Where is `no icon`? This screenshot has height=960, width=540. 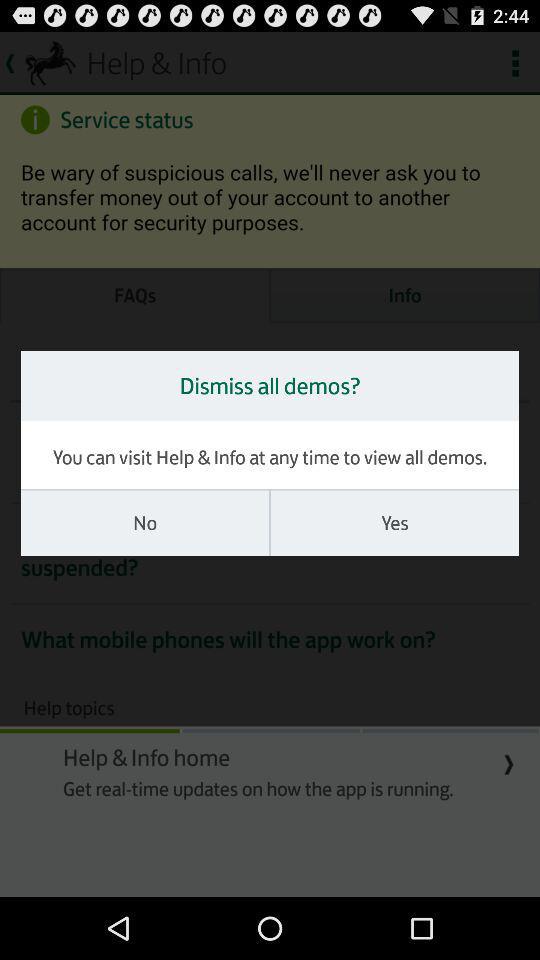
no icon is located at coordinates (144, 522).